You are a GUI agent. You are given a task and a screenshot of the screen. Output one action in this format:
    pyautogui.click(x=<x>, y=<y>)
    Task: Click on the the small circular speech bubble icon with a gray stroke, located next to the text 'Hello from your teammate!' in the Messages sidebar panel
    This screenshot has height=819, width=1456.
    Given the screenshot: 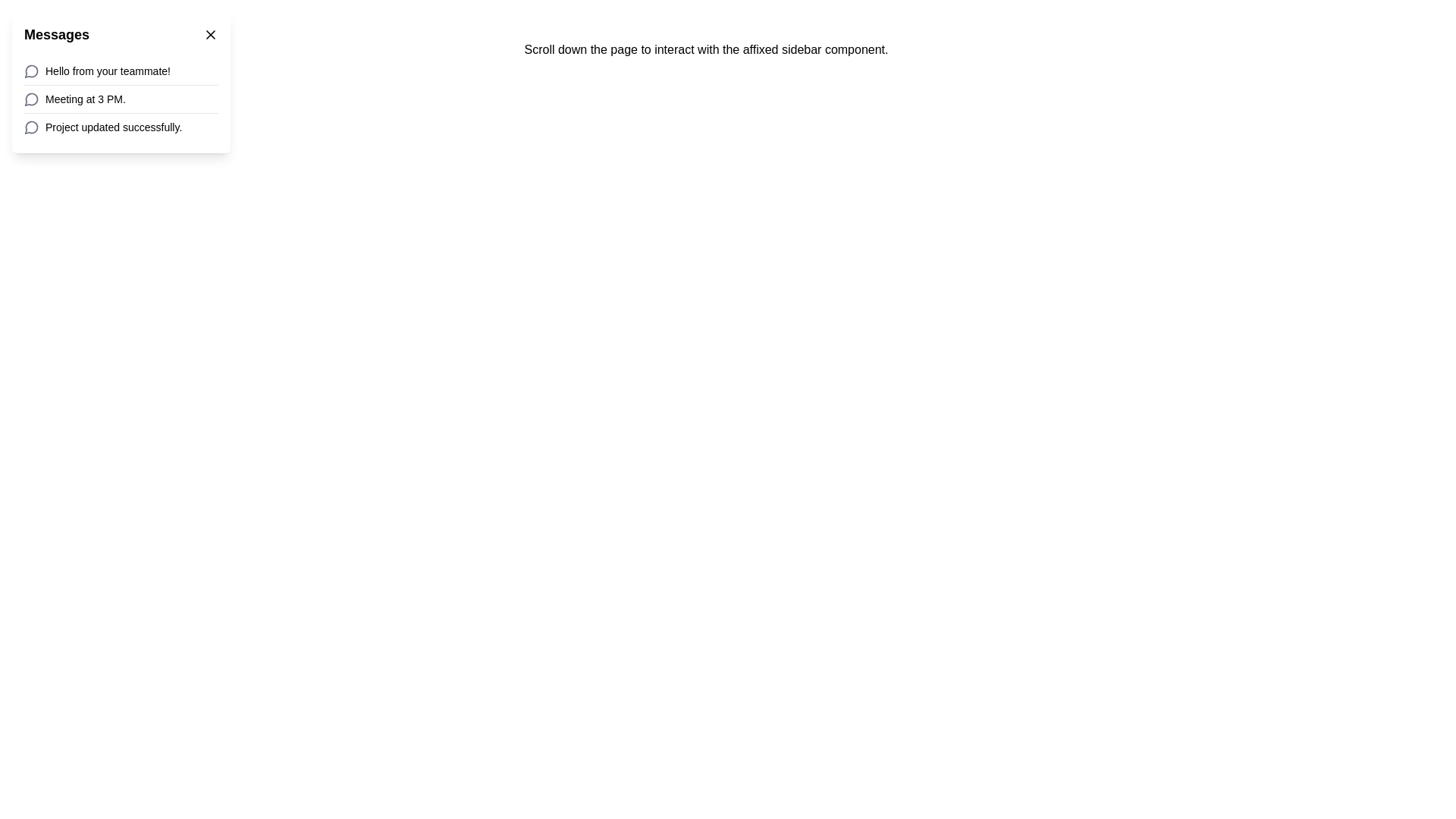 What is the action you would take?
    pyautogui.click(x=32, y=71)
    